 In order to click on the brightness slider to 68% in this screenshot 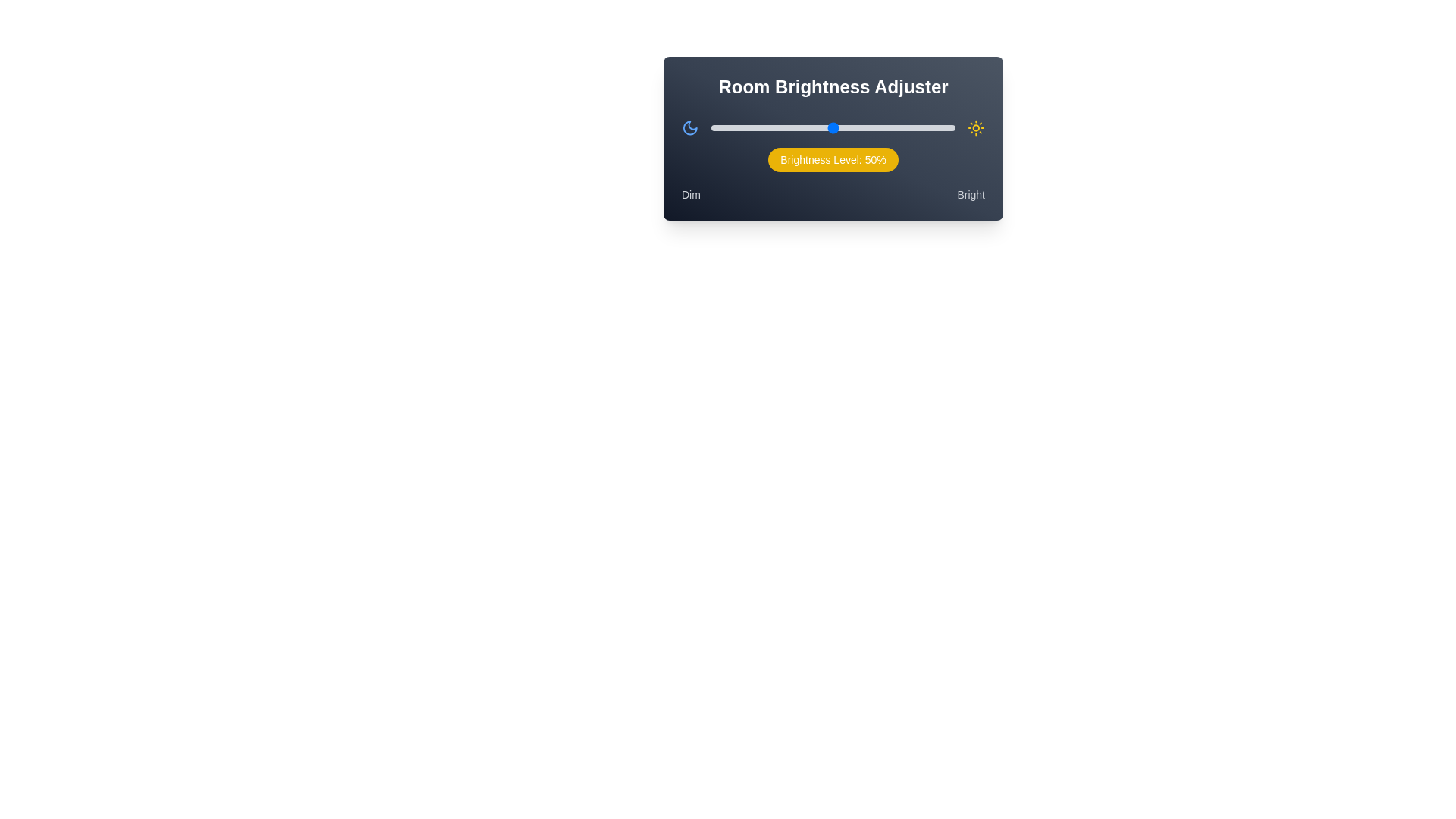, I will do `click(877, 127)`.